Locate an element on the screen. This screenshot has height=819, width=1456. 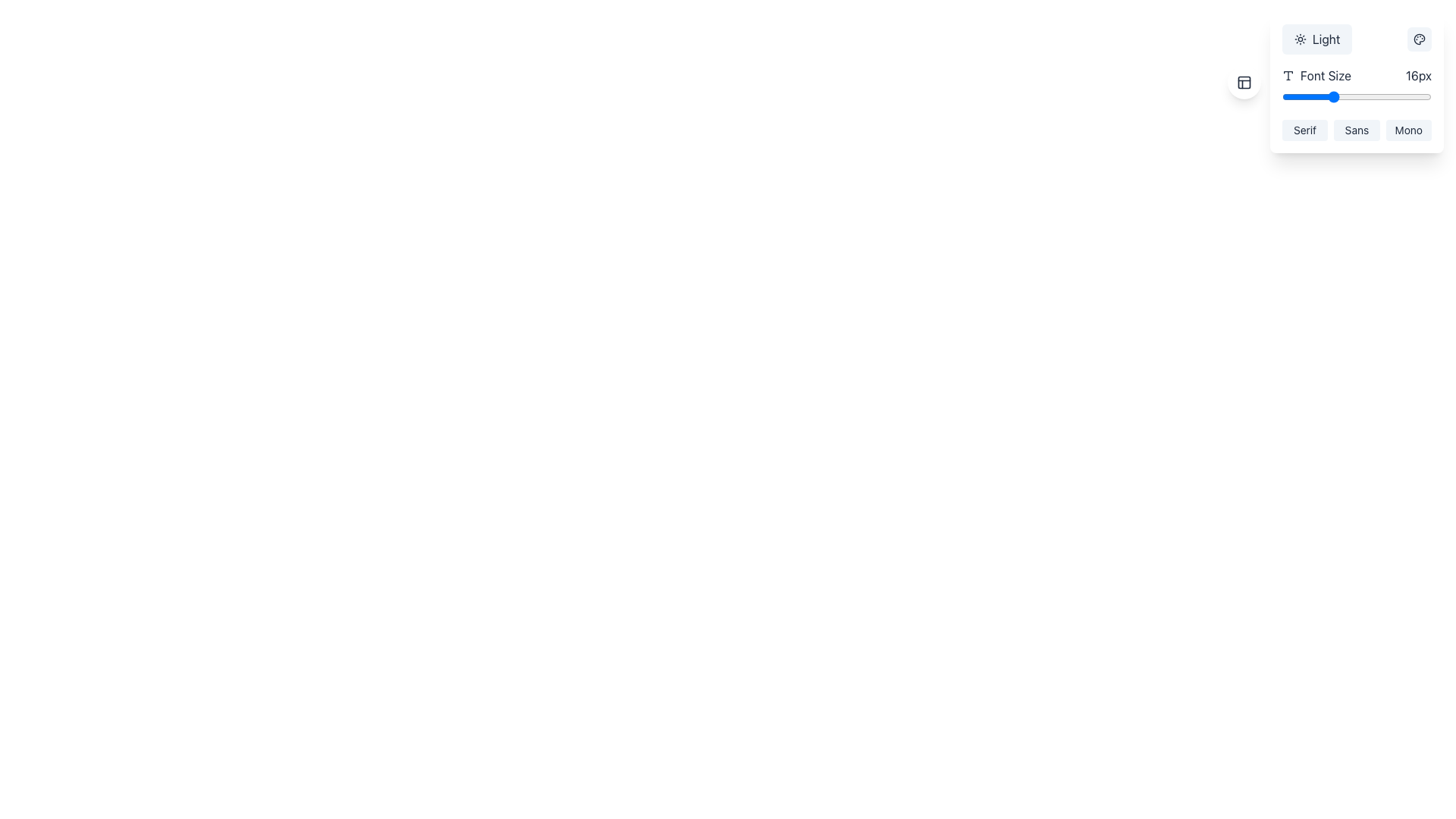
font size is located at coordinates (1345, 96).